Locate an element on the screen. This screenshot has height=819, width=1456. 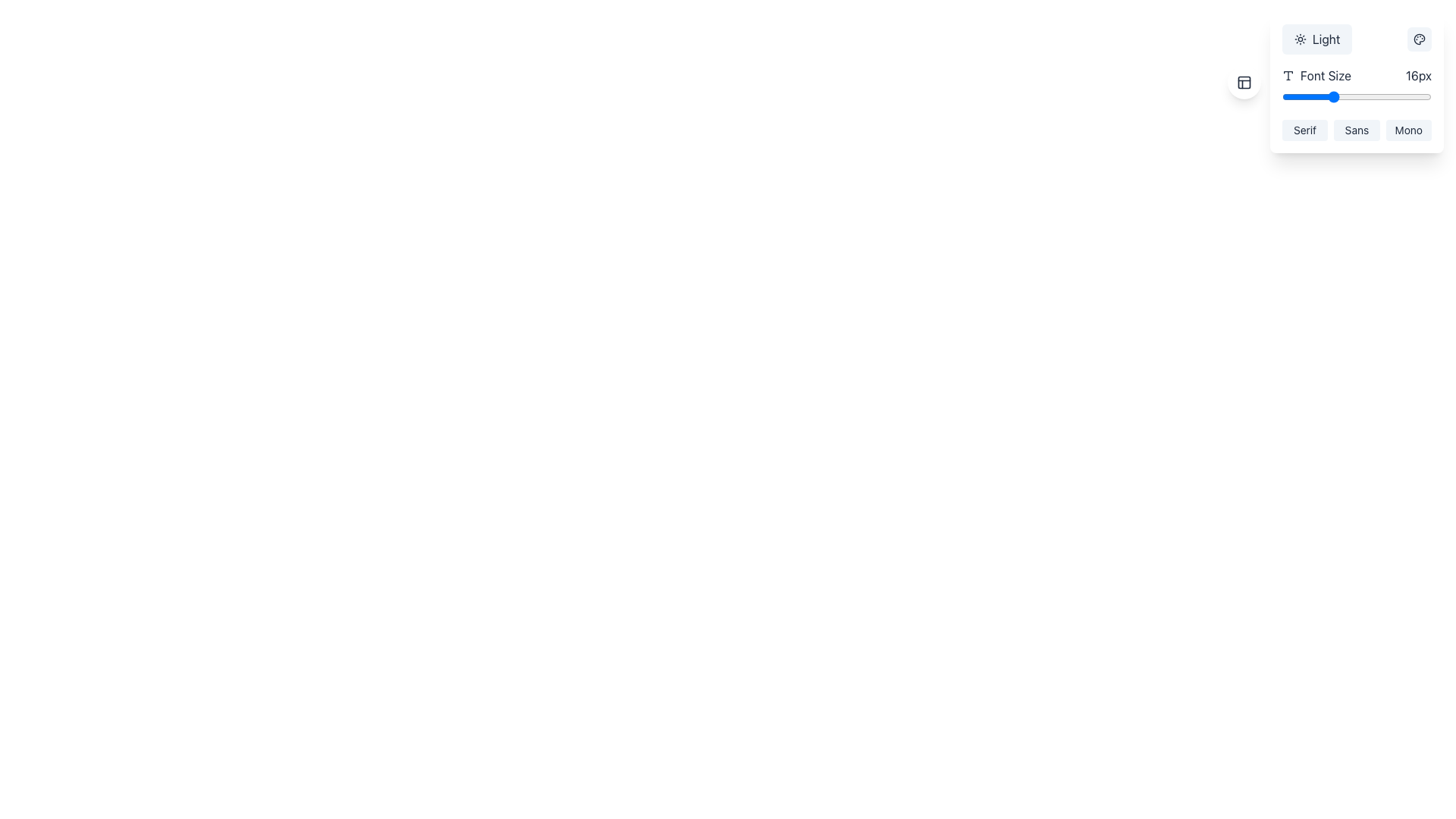
font size is located at coordinates (1345, 96).